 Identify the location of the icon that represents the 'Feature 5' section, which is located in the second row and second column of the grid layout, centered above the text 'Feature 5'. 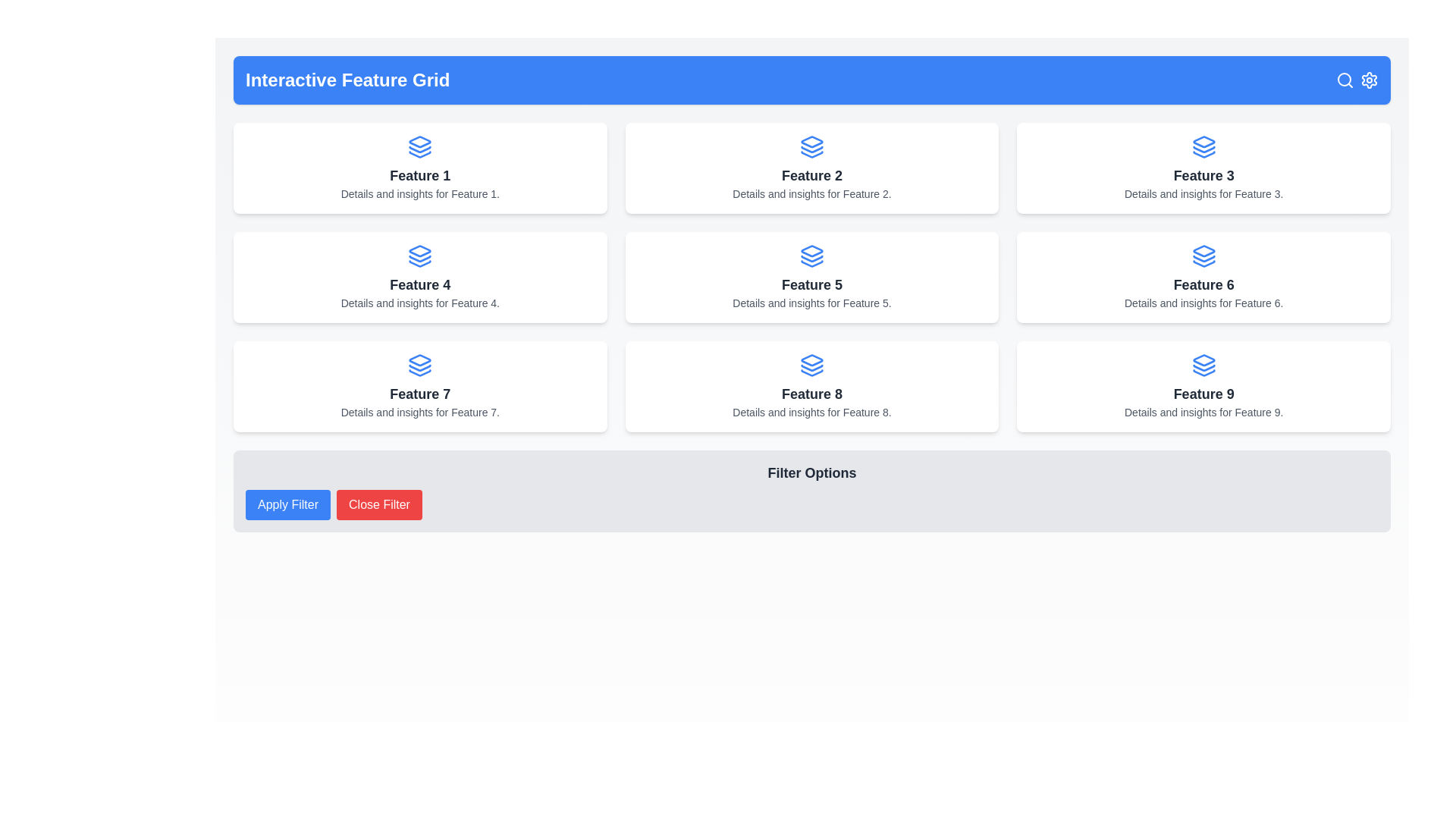
(811, 256).